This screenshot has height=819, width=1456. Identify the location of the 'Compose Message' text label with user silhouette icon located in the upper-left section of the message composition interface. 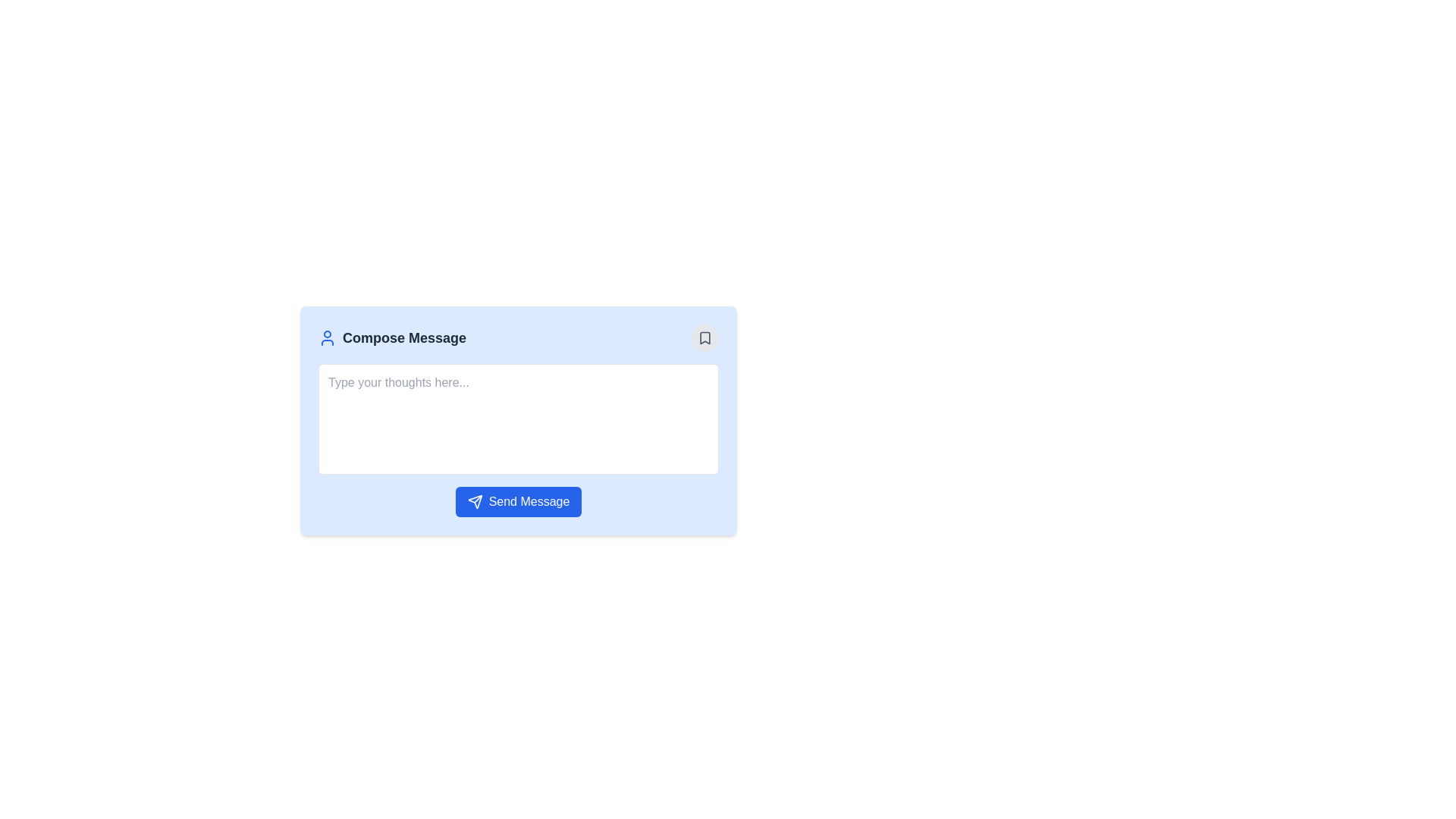
(392, 337).